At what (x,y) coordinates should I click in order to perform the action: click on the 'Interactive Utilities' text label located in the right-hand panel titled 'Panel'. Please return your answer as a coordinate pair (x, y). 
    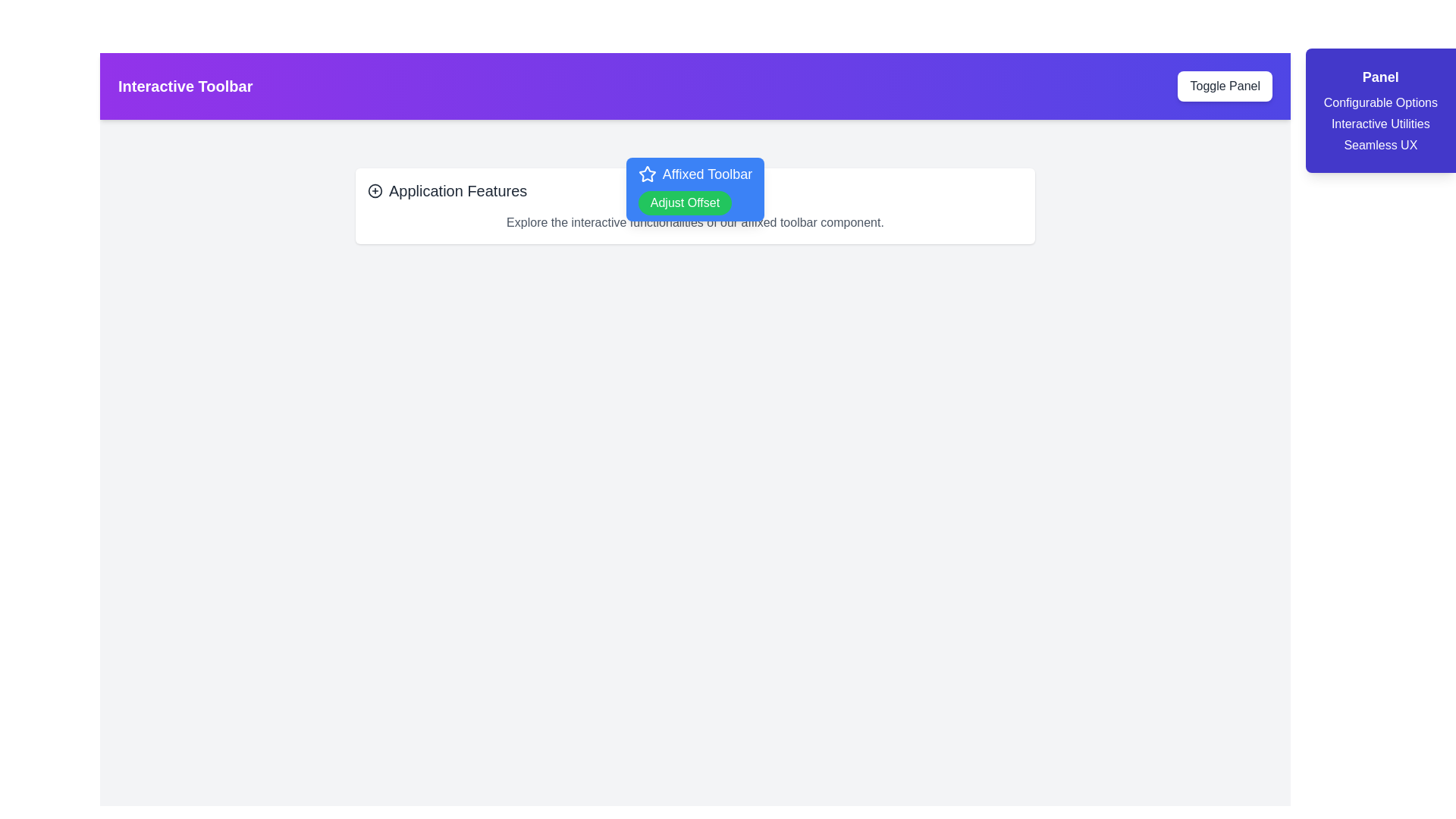
    Looking at the image, I should click on (1380, 124).